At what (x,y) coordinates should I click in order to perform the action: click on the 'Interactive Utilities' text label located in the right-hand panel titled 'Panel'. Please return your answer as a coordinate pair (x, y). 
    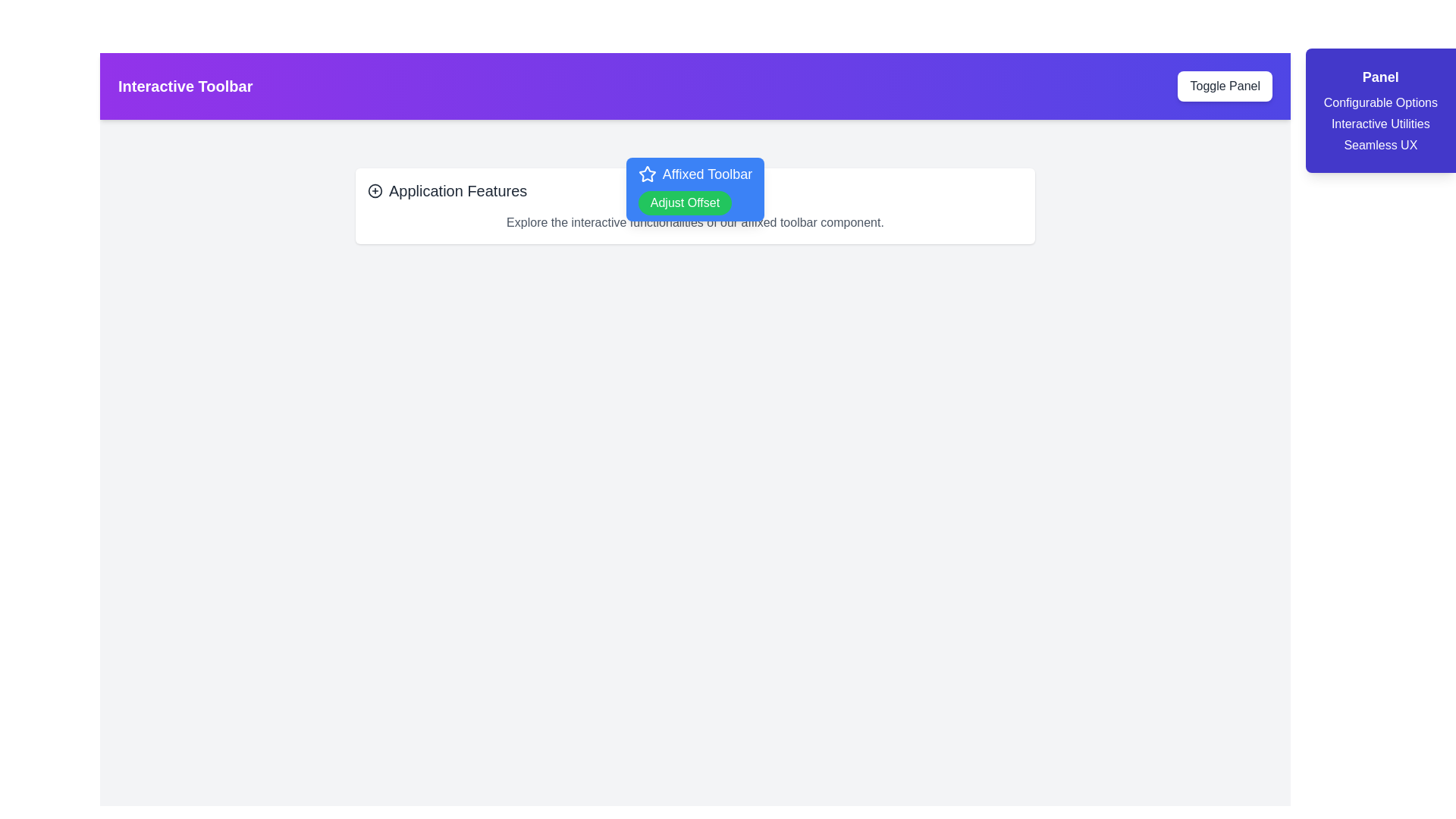
    Looking at the image, I should click on (1380, 124).